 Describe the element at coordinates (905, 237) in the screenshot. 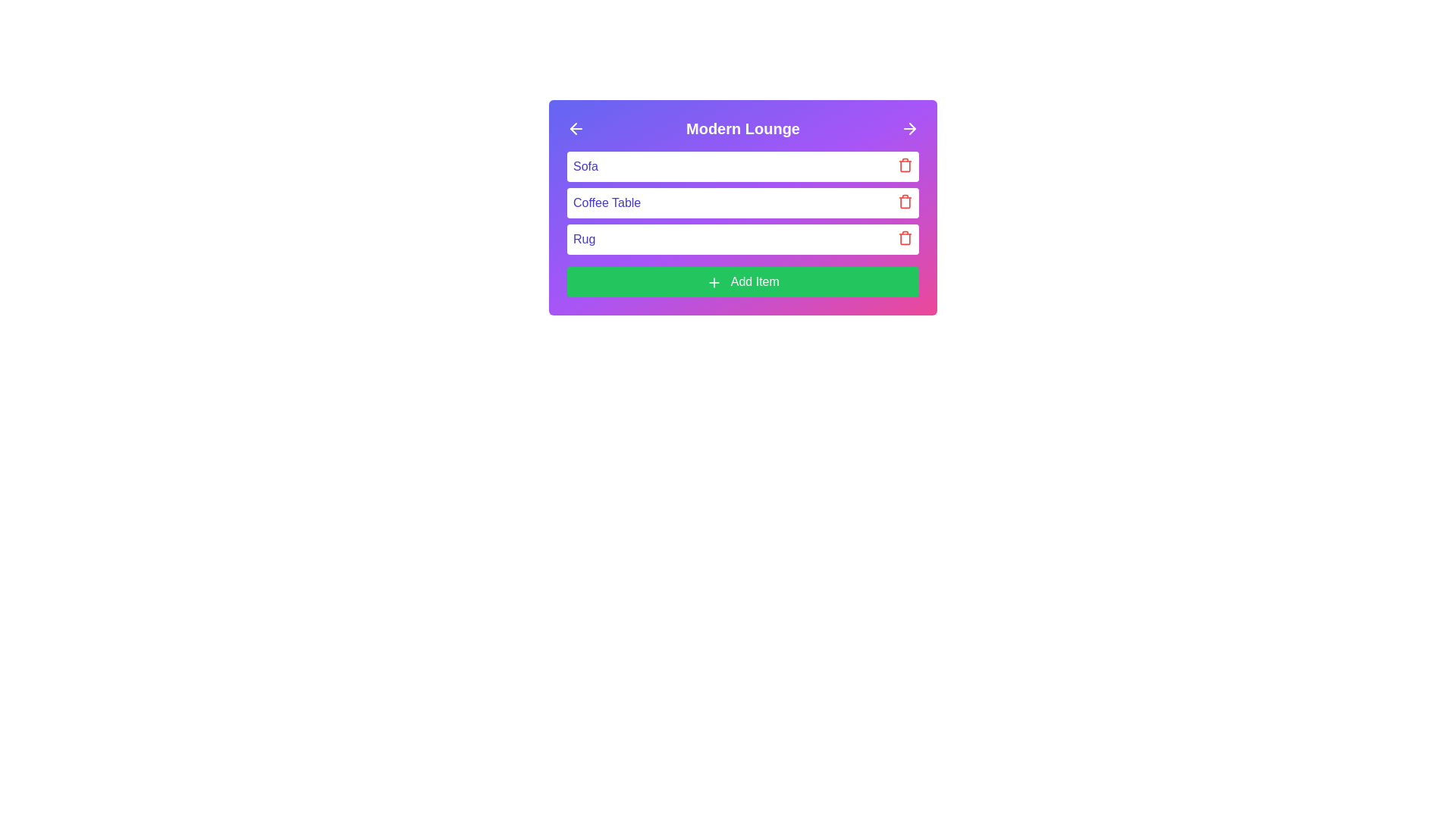

I see `the delete icon located to the far right of the 'Rug' entry in the item list` at that location.